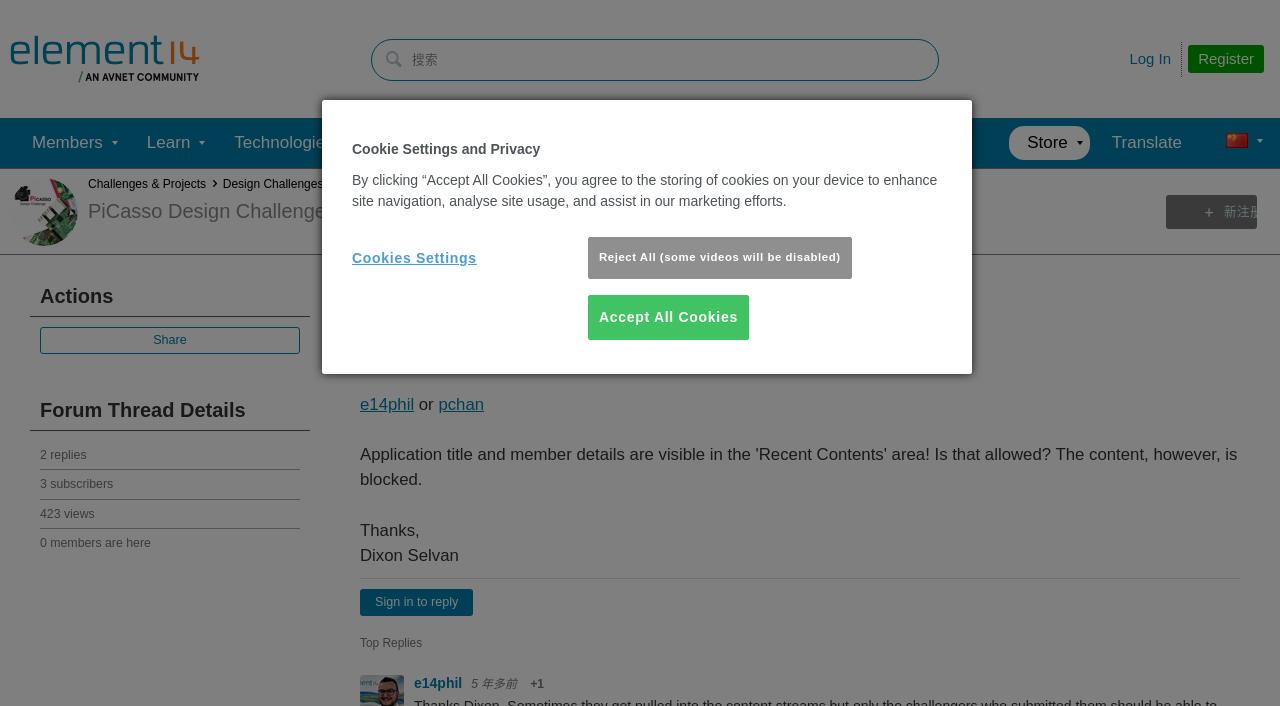 This screenshot has height=706, width=1280. I want to click on '0 members are here', so click(93, 542).